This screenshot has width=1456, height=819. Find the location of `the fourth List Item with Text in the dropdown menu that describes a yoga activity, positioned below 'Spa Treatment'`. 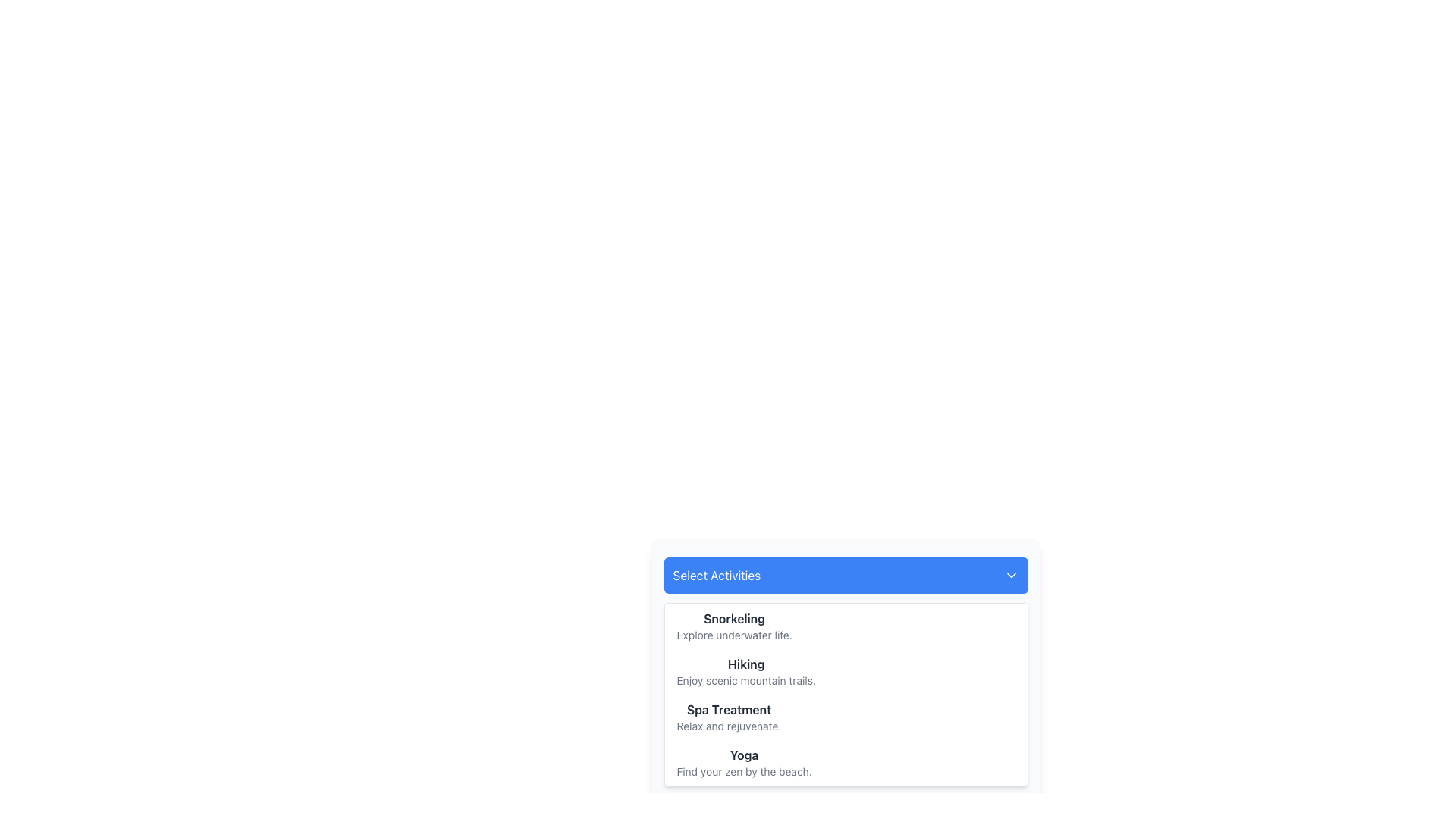

the fourth List Item with Text in the dropdown menu that describes a yoga activity, positioned below 'Spa Treatment' is located at coordinates (744, 763).